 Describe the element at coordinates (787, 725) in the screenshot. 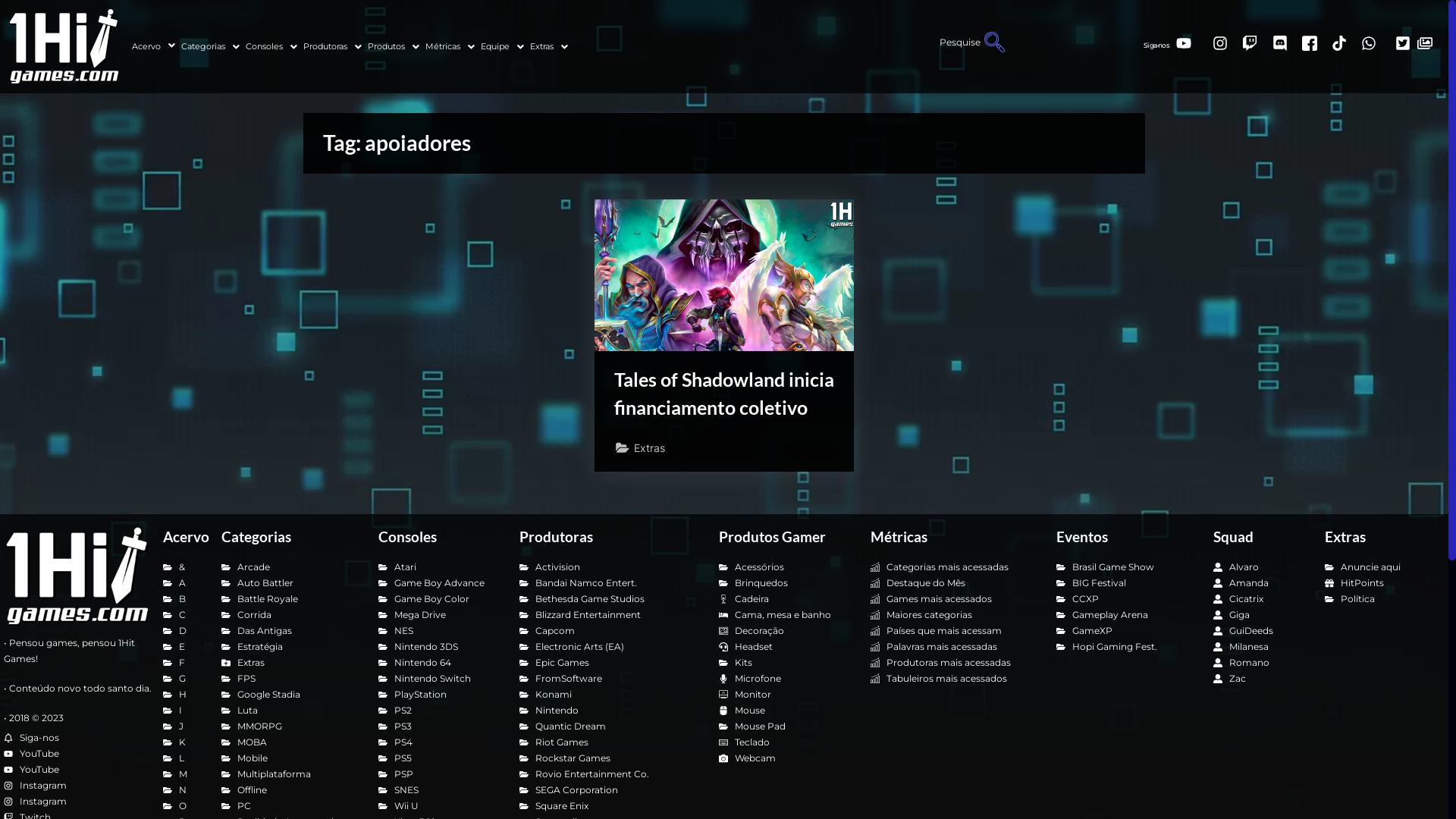

I see `'Mouse Pad'` at that location.